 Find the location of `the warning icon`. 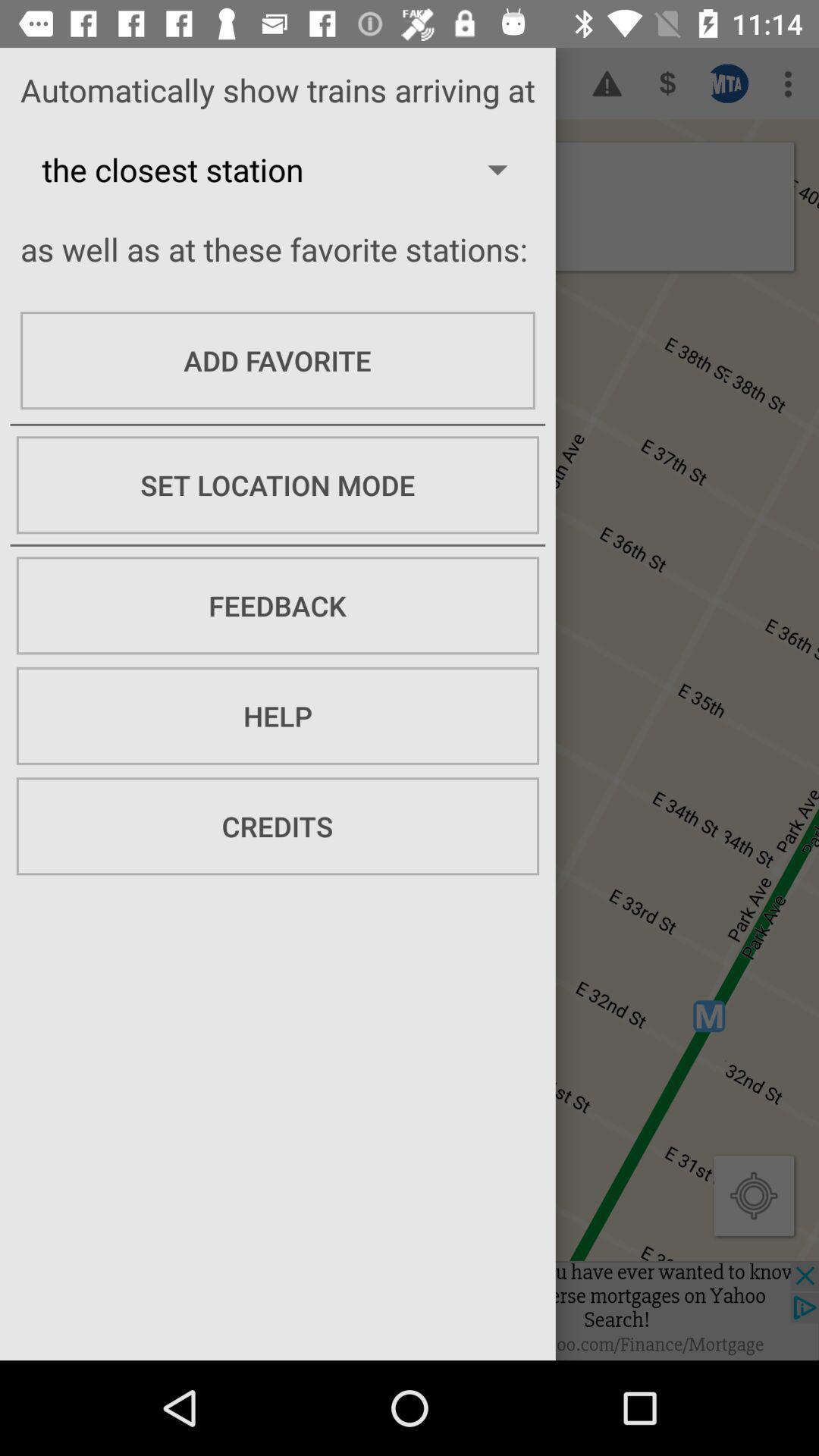

the warning icon is located at coordinates (607, 83).